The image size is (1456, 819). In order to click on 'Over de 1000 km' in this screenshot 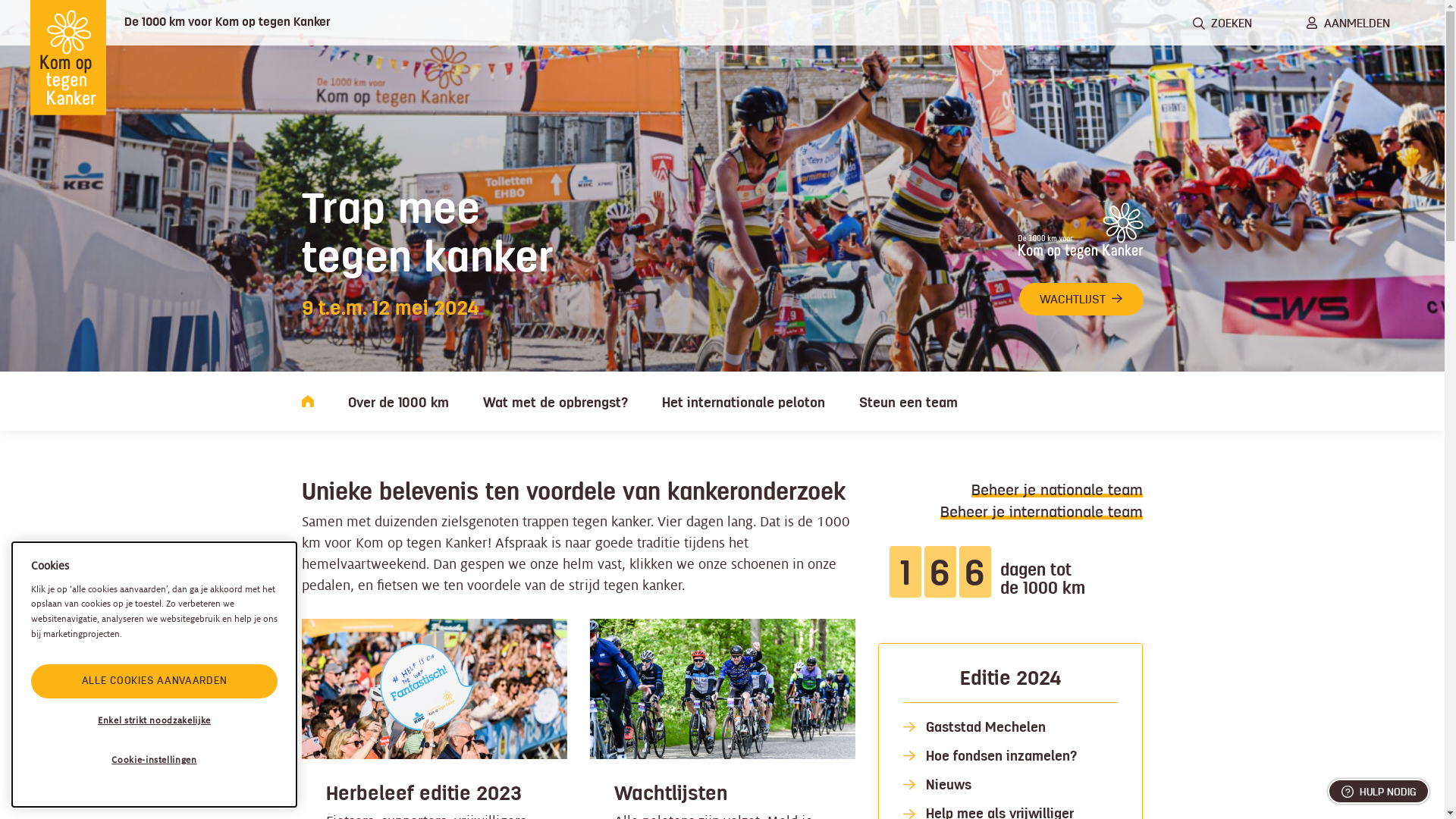, I will do `click(346, 400)`.